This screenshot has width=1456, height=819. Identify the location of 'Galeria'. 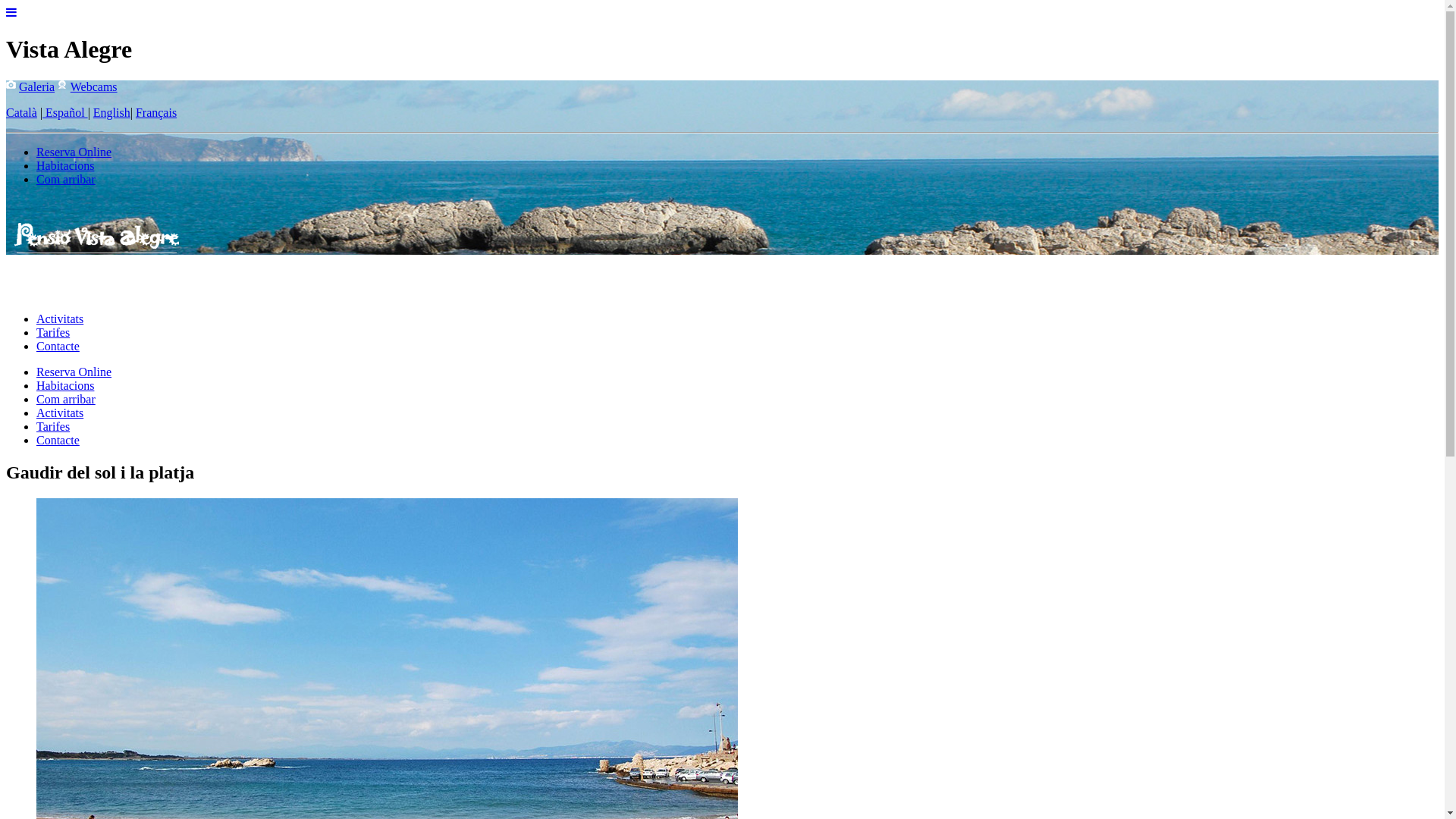
(36, 86).